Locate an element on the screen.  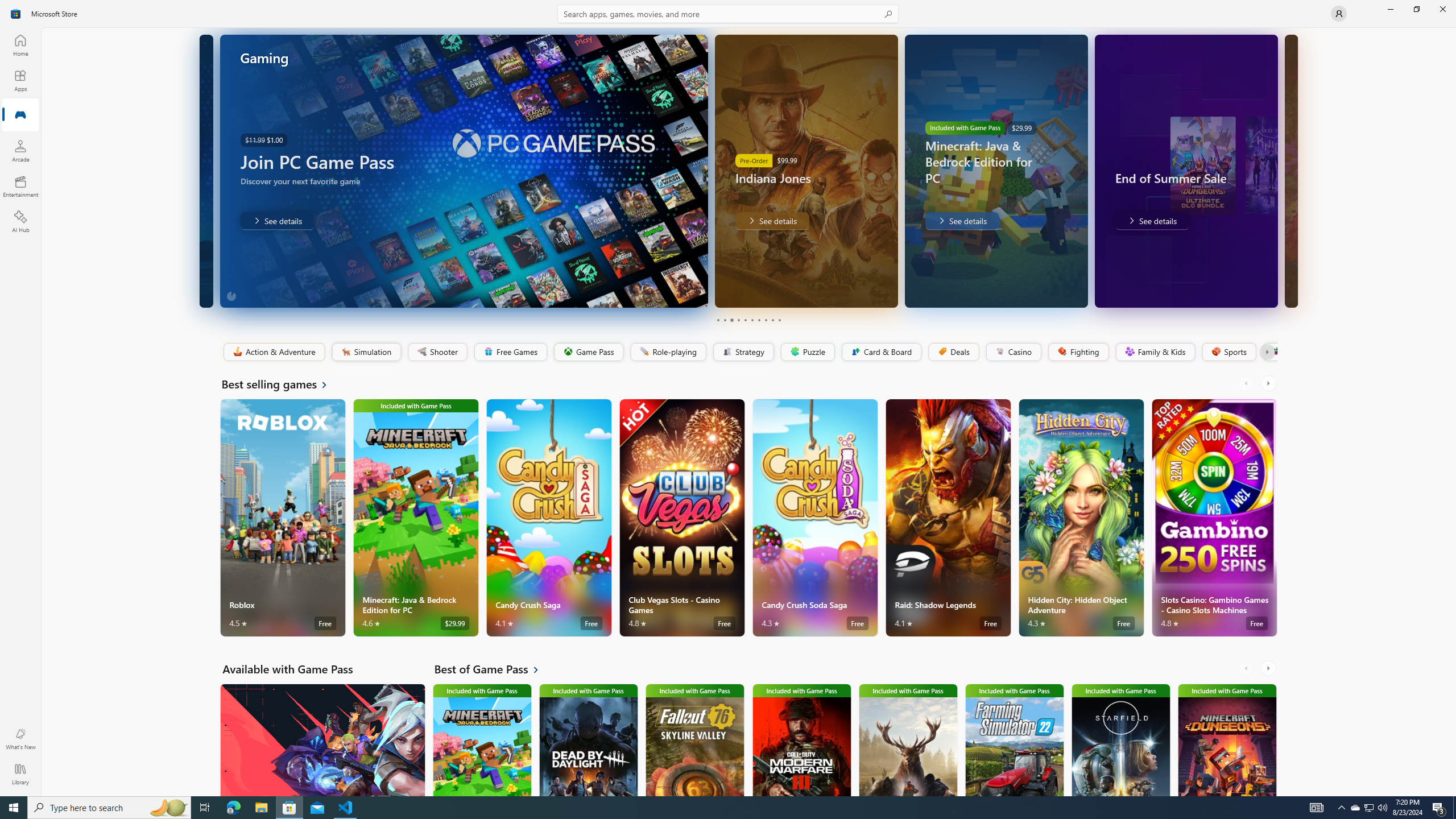
'Simulation' is located at coordinates (366, 351).